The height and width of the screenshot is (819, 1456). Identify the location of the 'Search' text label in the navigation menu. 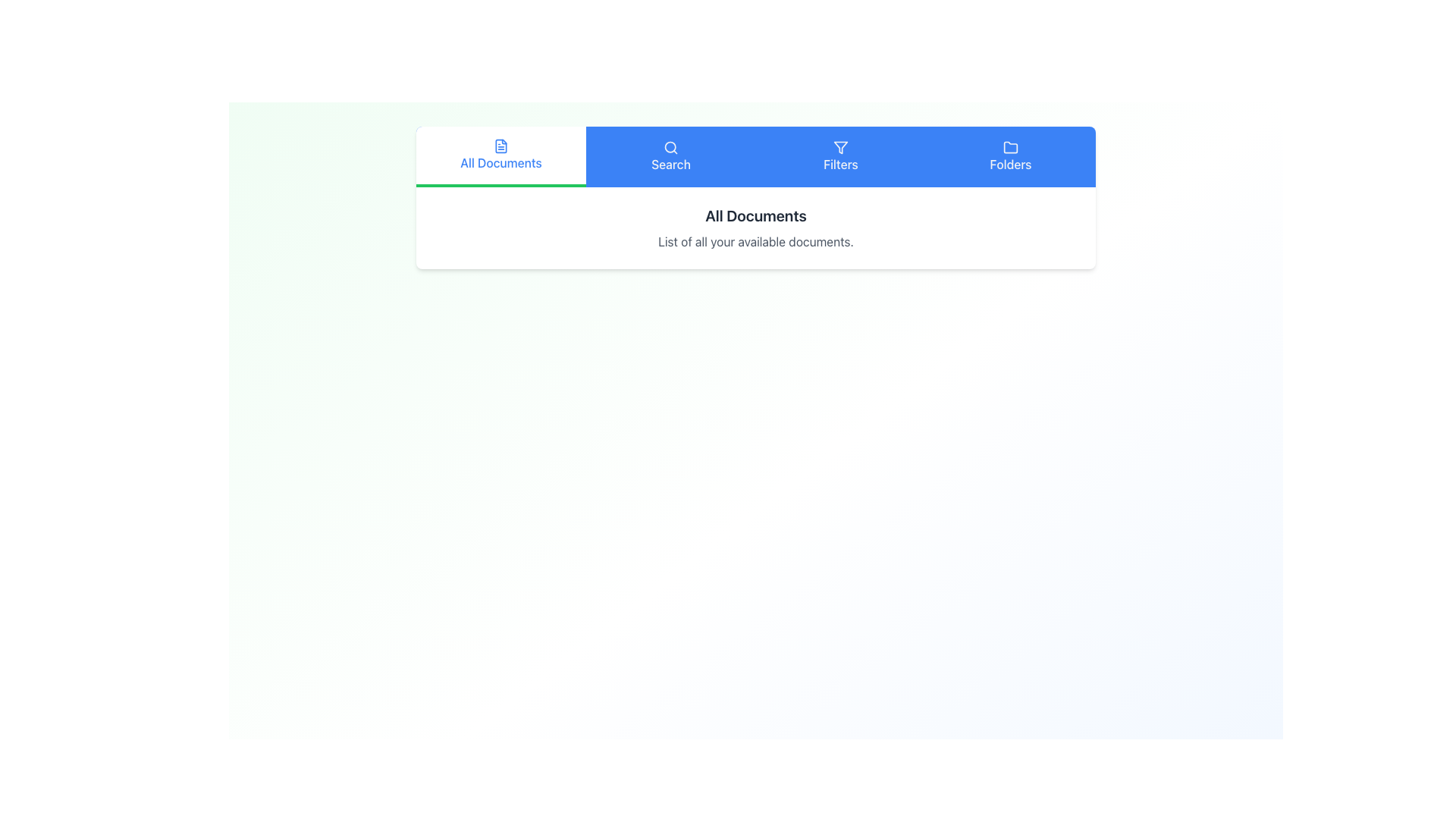
(669, 164).